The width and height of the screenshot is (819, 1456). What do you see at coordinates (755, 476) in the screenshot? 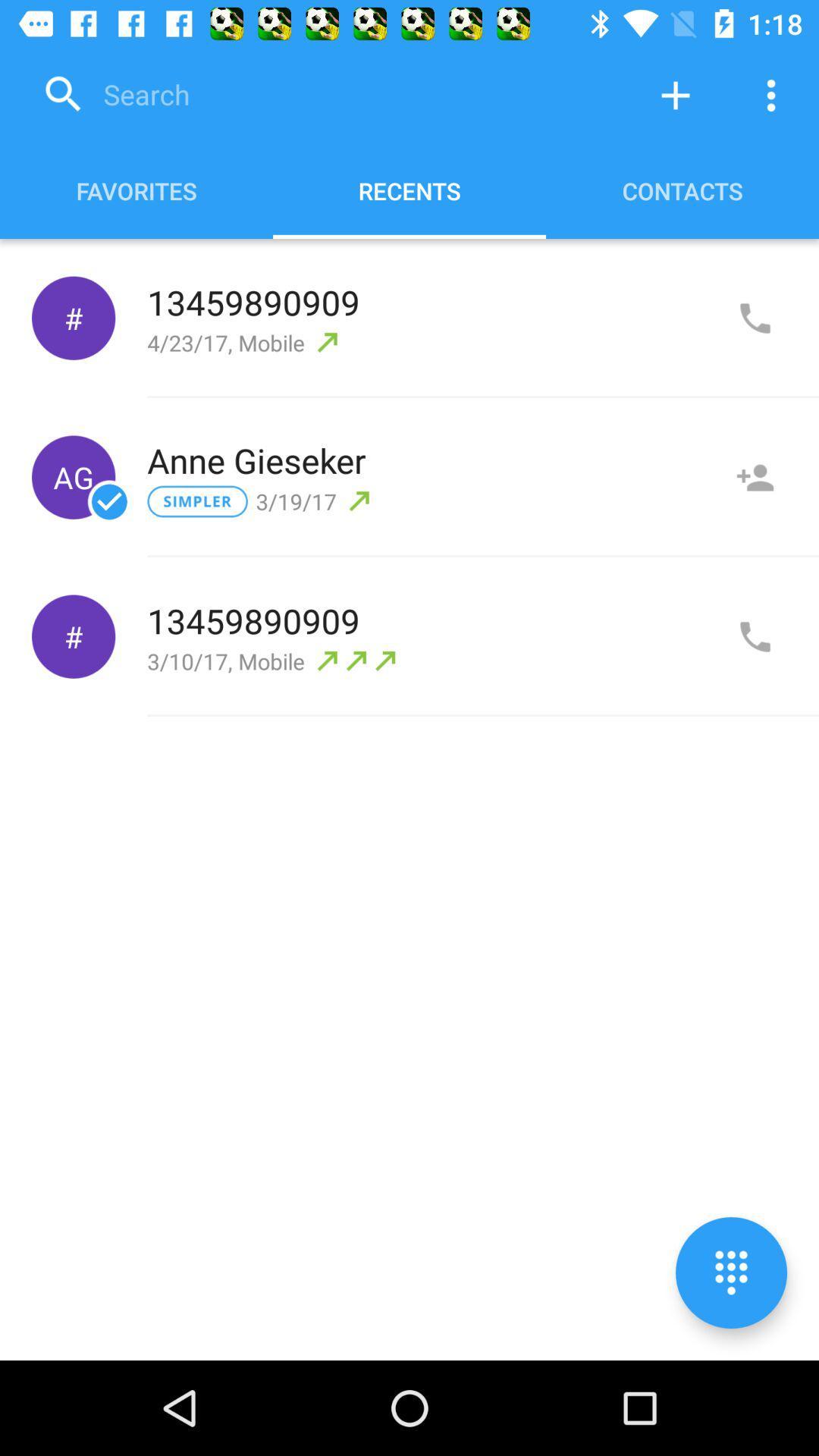
I see `contact` at bounding box center [755, 476].